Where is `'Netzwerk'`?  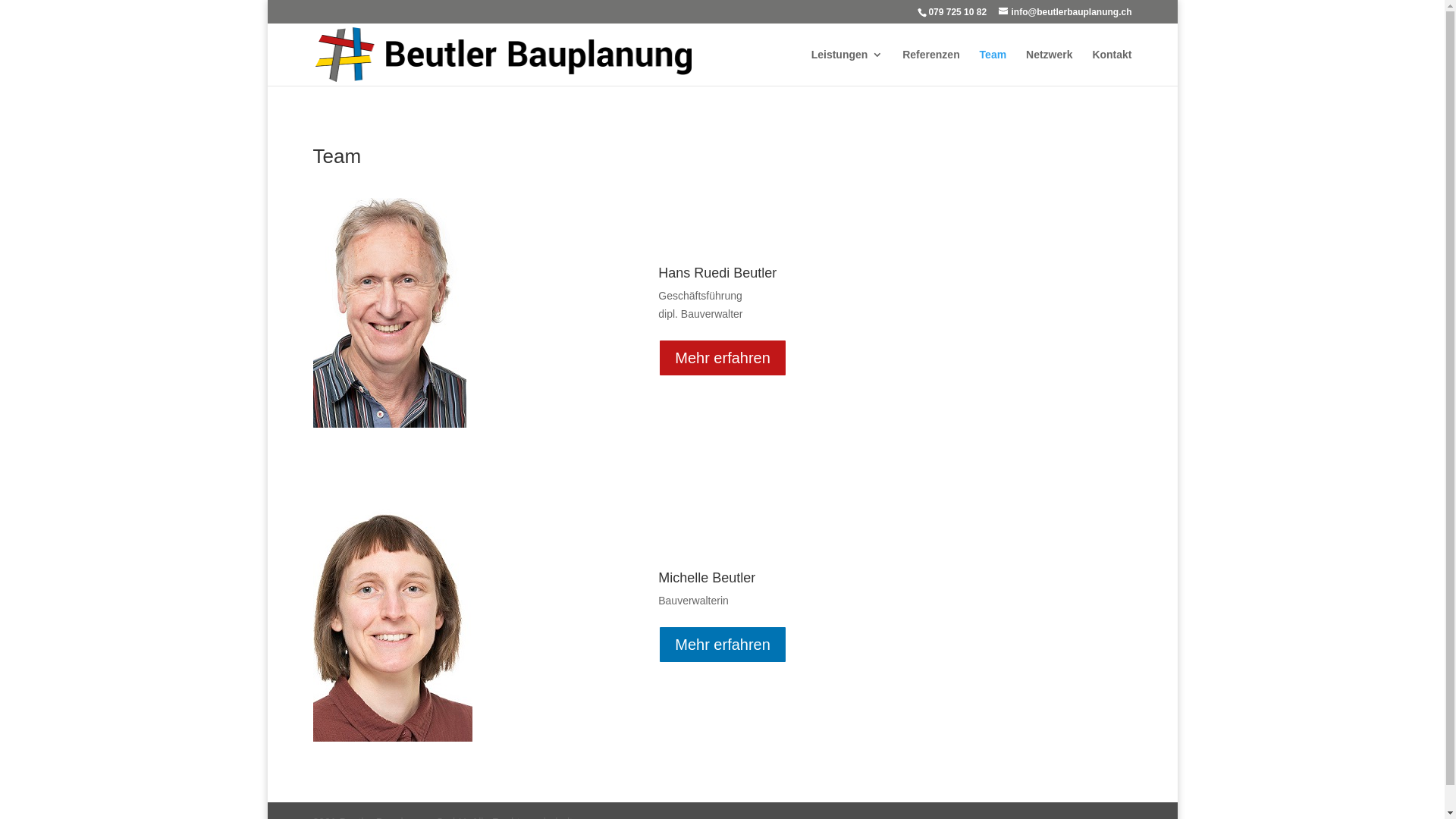
'Netzwerk' is located at coordinates (1048, 66).